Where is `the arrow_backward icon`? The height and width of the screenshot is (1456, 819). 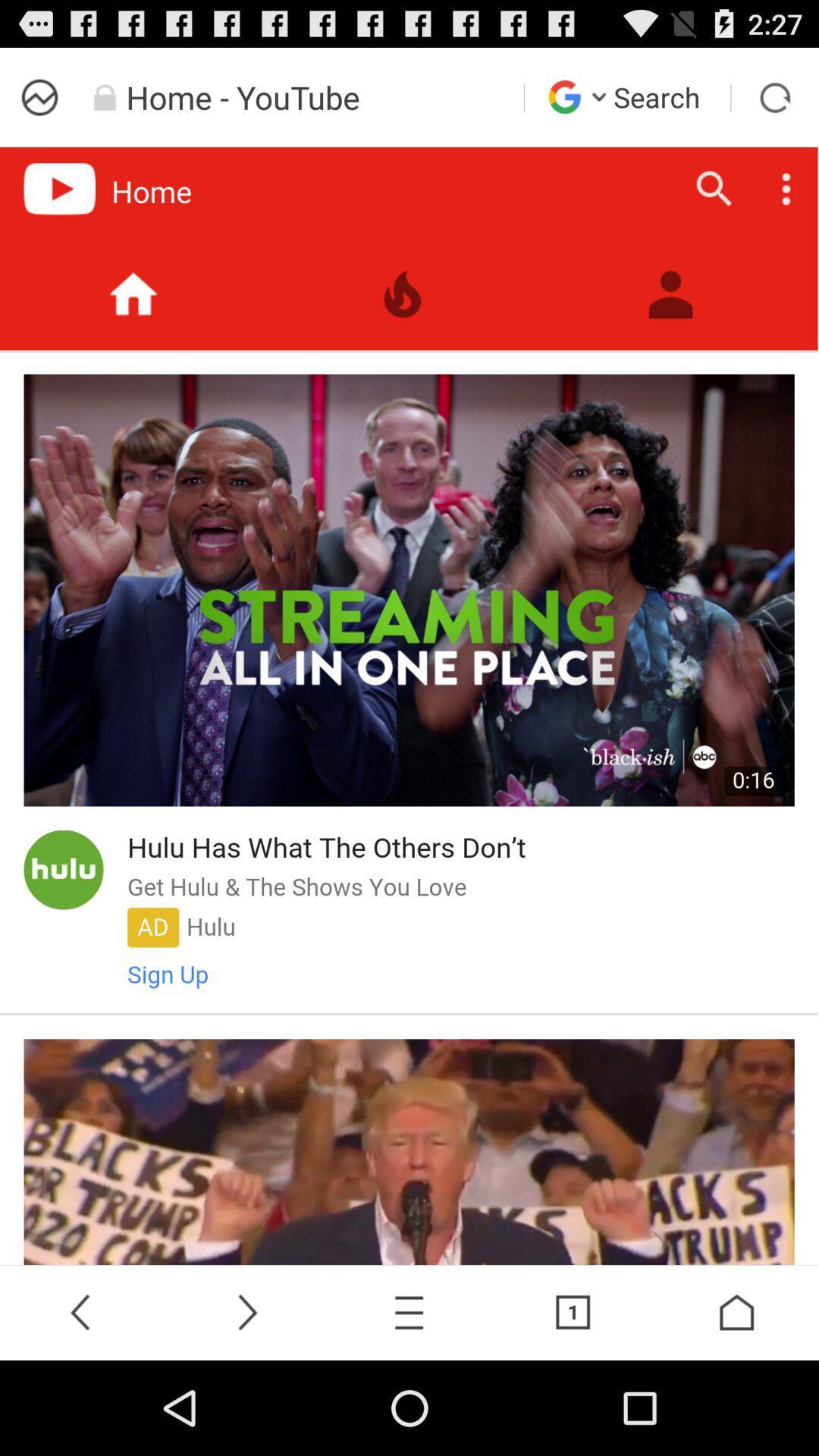
the arrow_backward icon is located at coordinates (82, 1404).